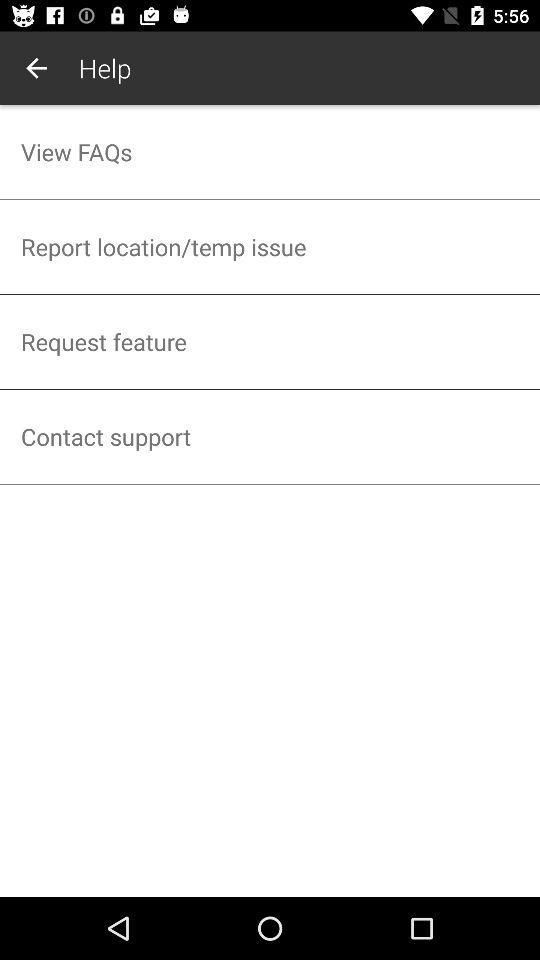  What do you see at coordinates (270, 342) in the screenshot?
I see `the request feature icon` at bounding box center [270, 342].